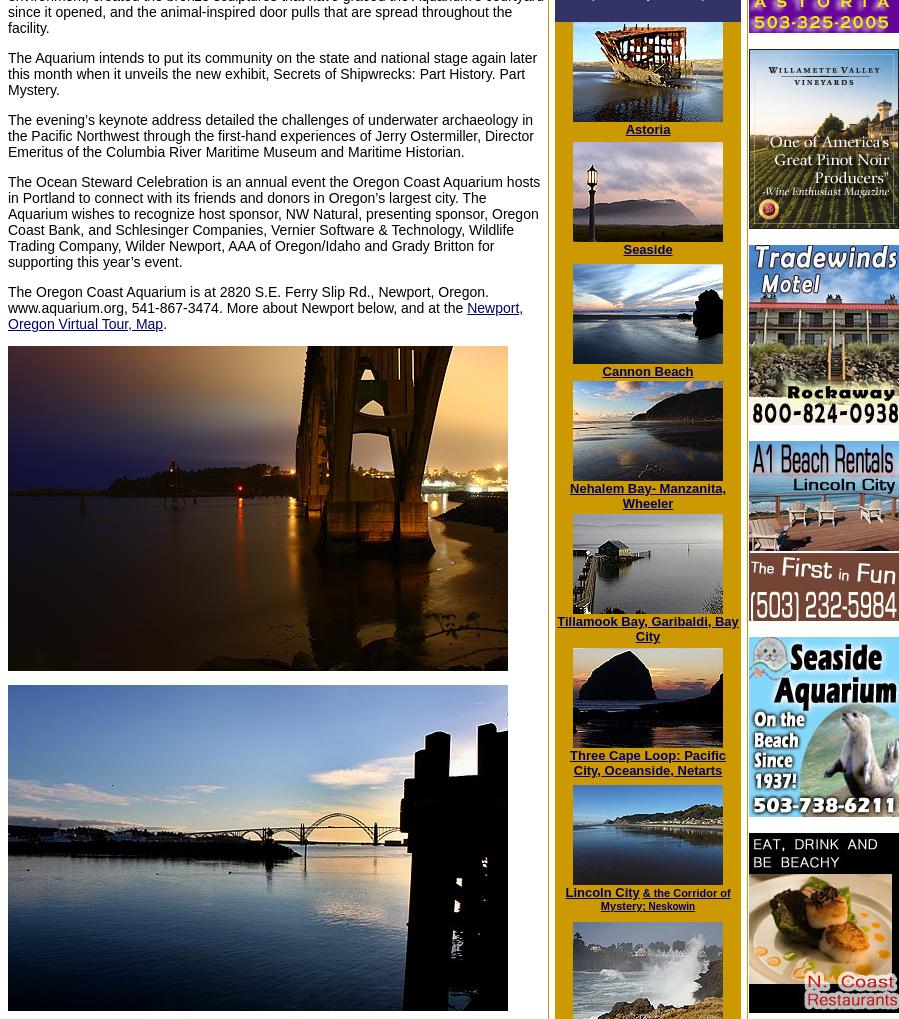 This screenshot has height=1019, width=899. Describe the element at coordinates (646, 249) in the screenshot. I see `'Seaside'` at that location.